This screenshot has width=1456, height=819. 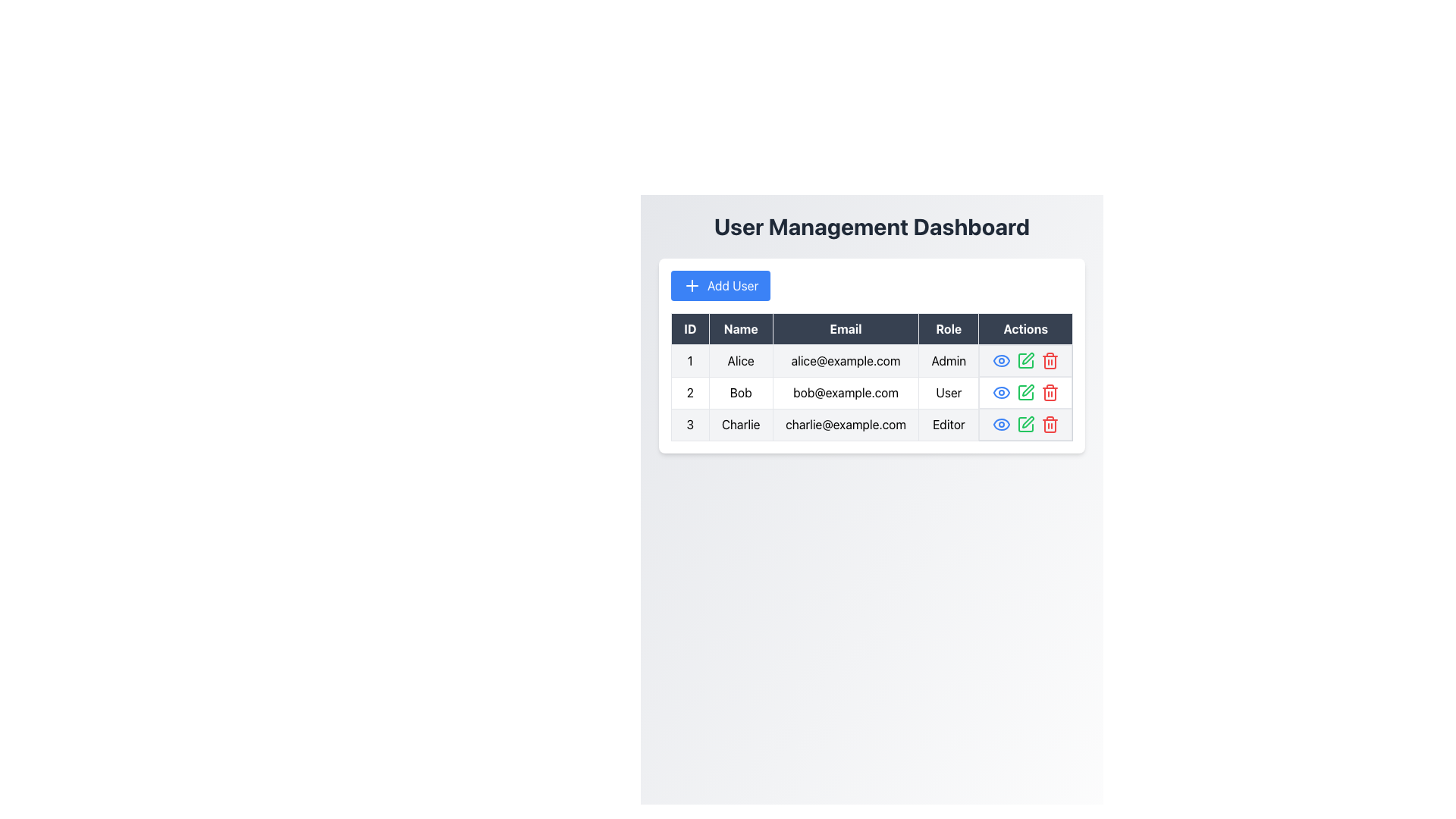 What do you see at coordinates (948, 328) in the screenshot?
I see `the 'Role' header label in the table which is styled with a bordered box and is positioned between the 'Email' and 'Actions' labels` at bounding box center [948, 328].